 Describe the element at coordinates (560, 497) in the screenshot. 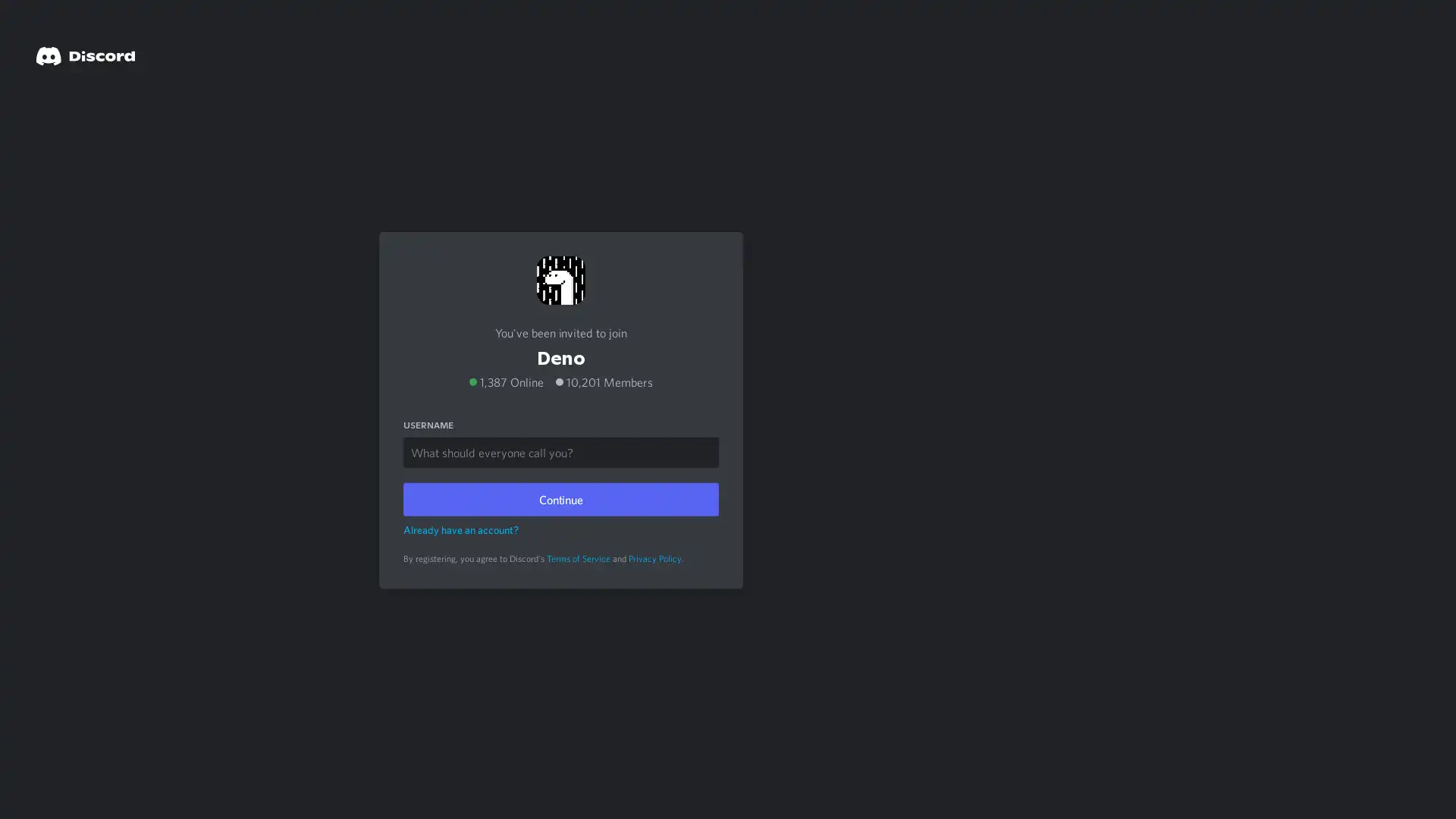

I see `Continue` at that location.